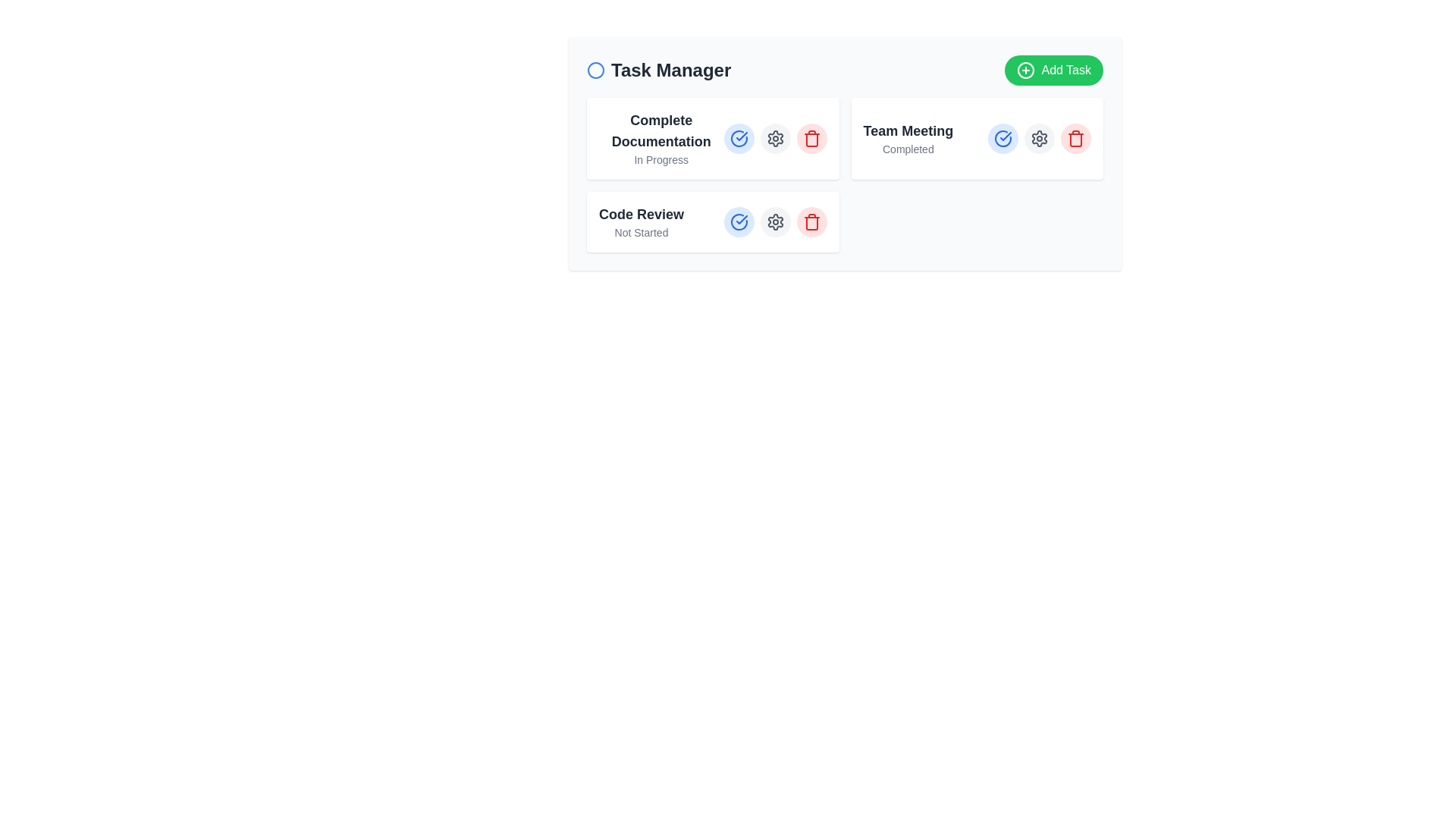  I want to click on the 'Code Review' text block, which contains the text 'Not Started' below it, located in the task manager interface, so click(641, 222).